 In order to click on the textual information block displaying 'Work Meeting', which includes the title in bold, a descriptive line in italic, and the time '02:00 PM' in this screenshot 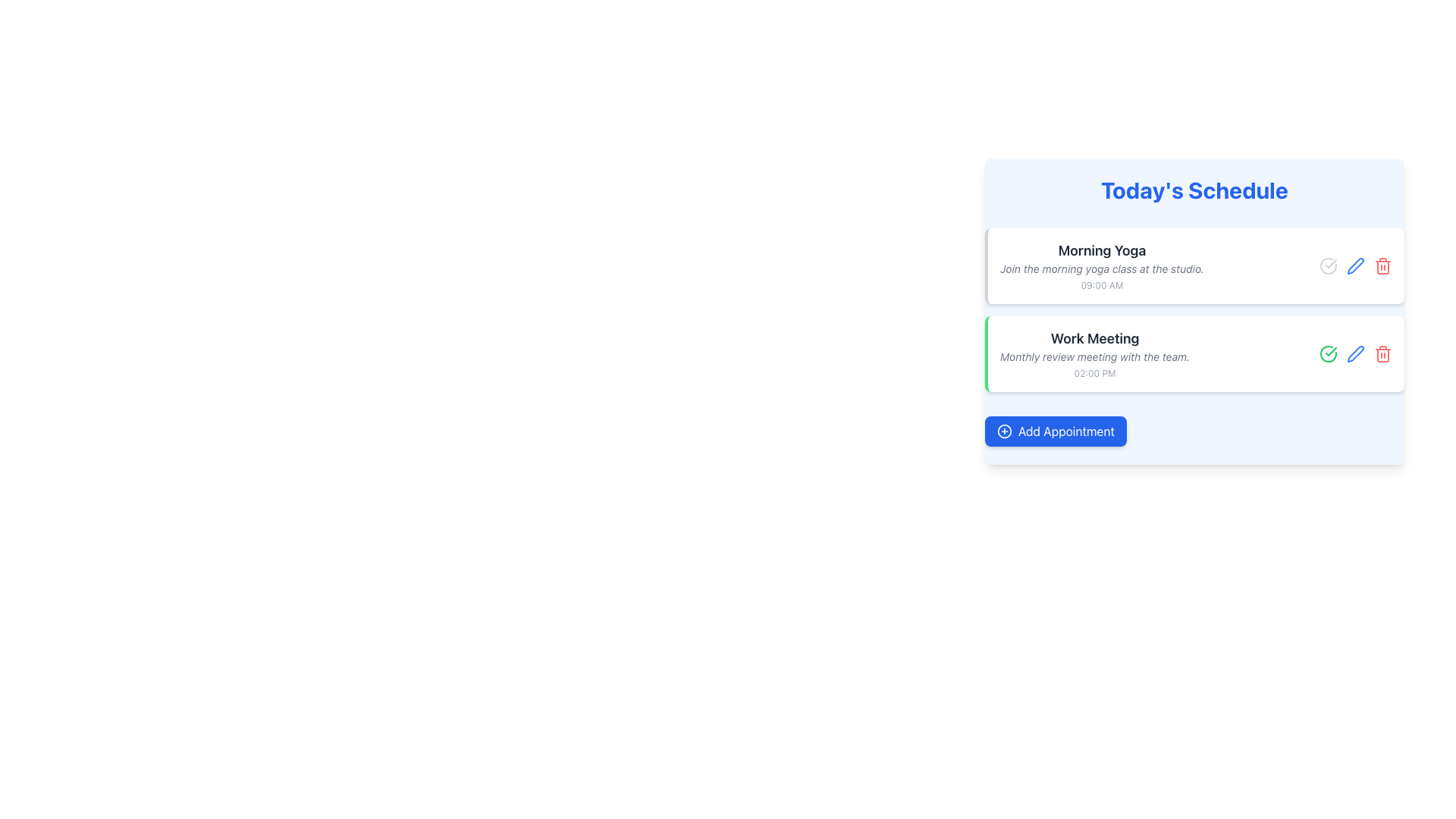, I will do `click(1095, 353)`.